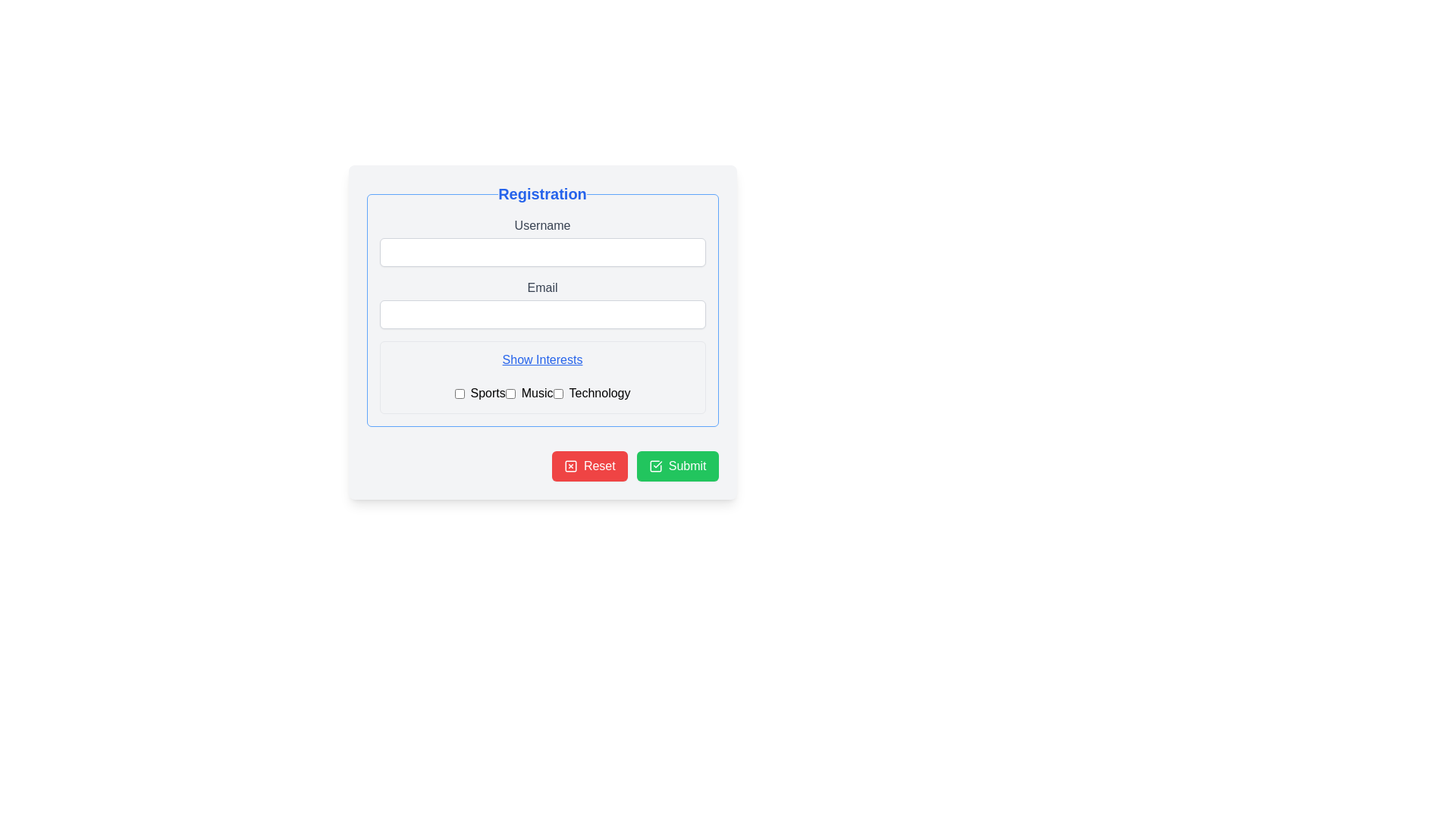  What do you see at coordinates (588, 465) in the screenshot?
I see `the 'Reset' button with a red background and white text, which is located to the left of the 'Submit' button` at bounding box center [588, 465].